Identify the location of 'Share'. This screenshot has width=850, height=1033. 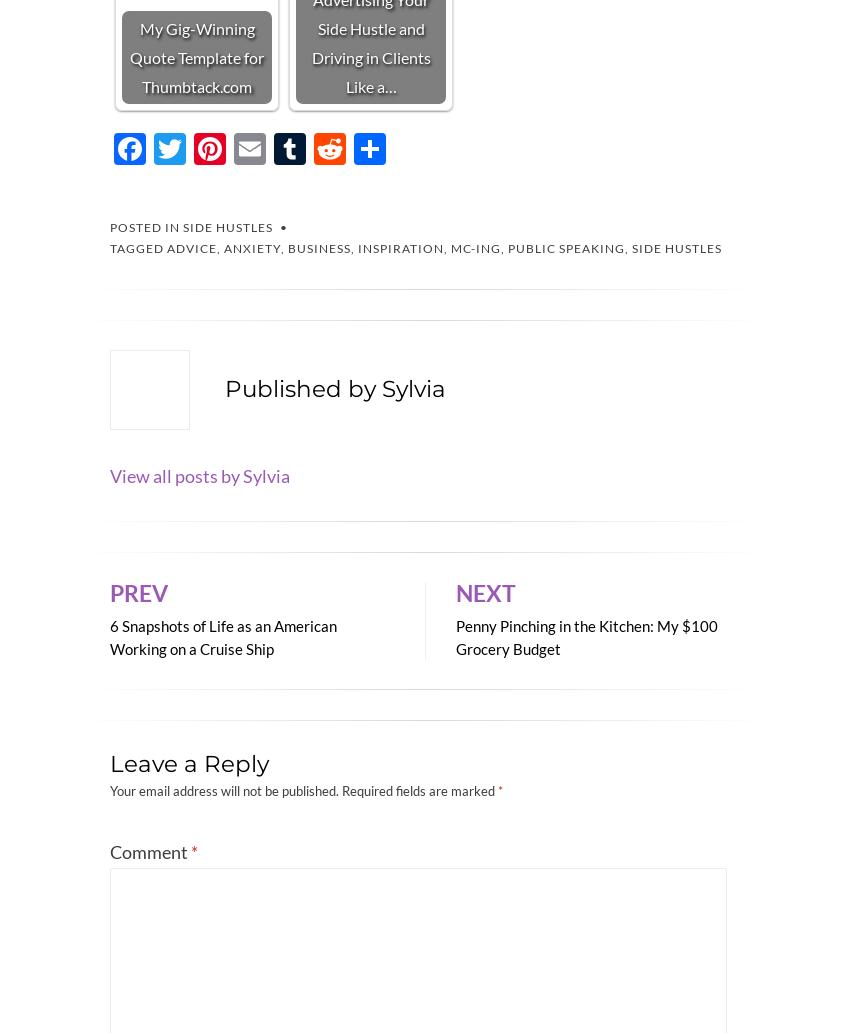
(400, 194).